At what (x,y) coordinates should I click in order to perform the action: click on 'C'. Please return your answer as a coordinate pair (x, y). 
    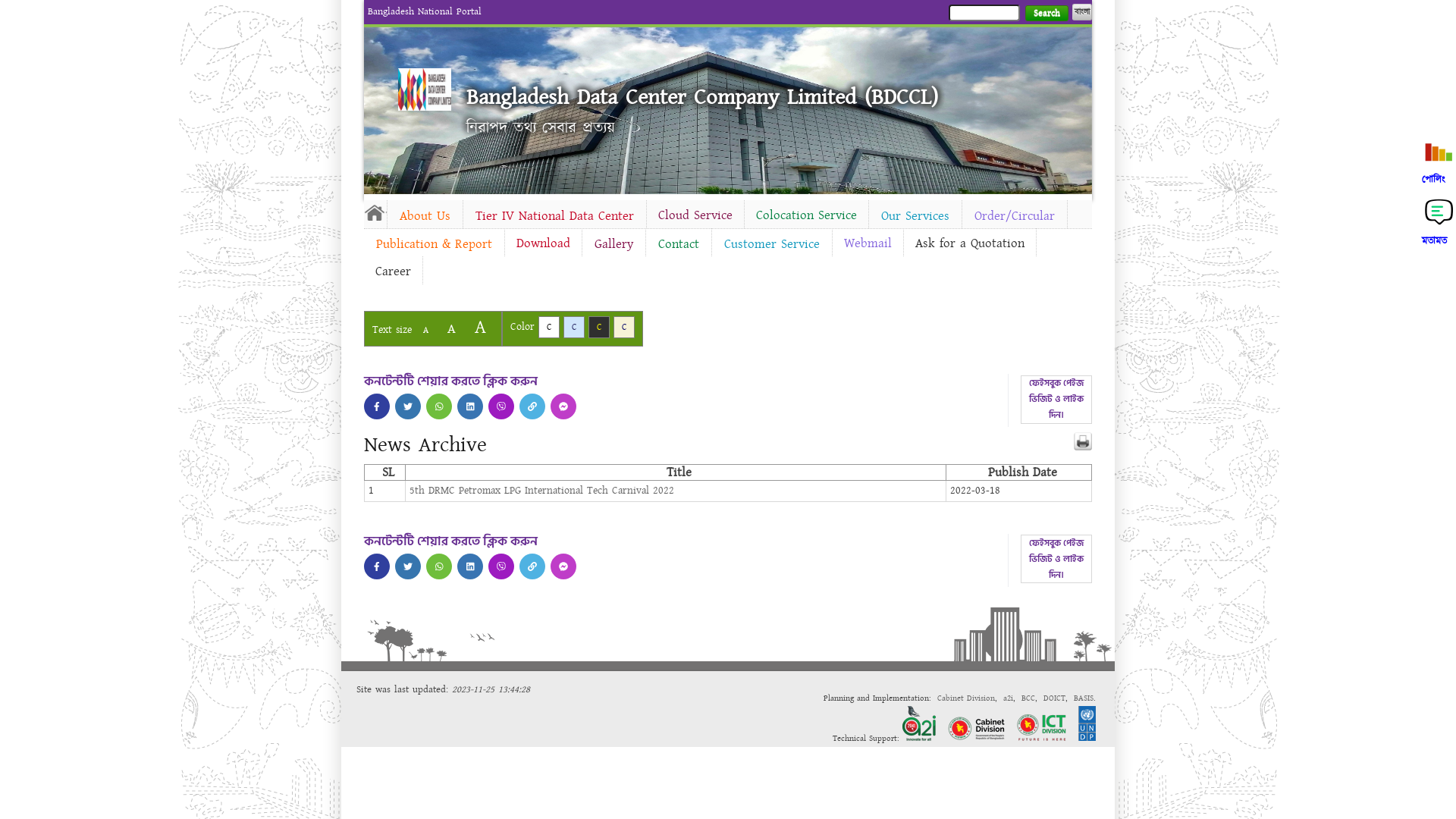
    Looking at the image, I should click on (573, 326).